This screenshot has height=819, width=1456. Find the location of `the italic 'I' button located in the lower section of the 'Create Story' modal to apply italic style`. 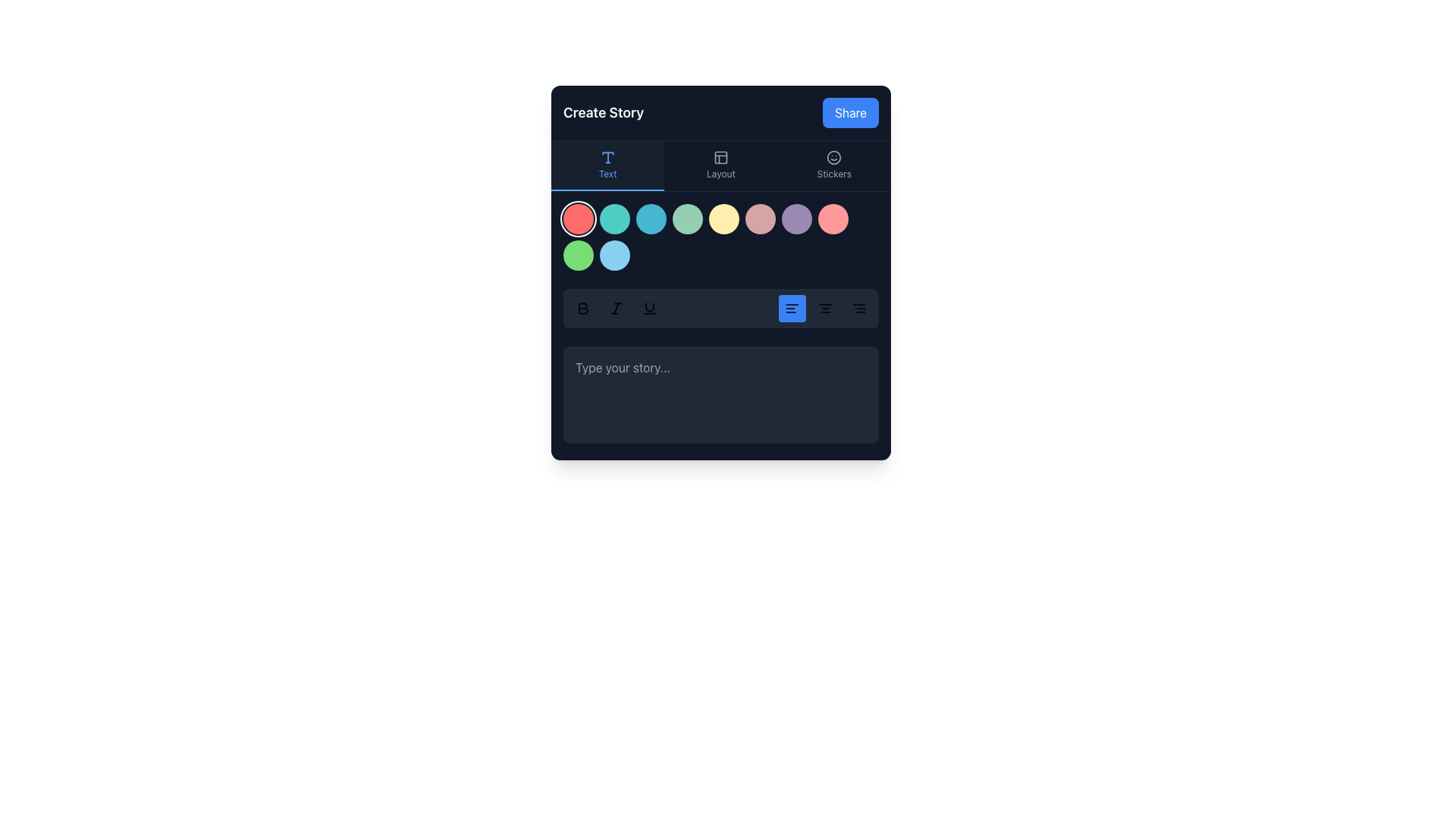

the italic 'I' button located in the lower section of the 'Create Story' modal to apply italic style is located at coordinates (616, 308).